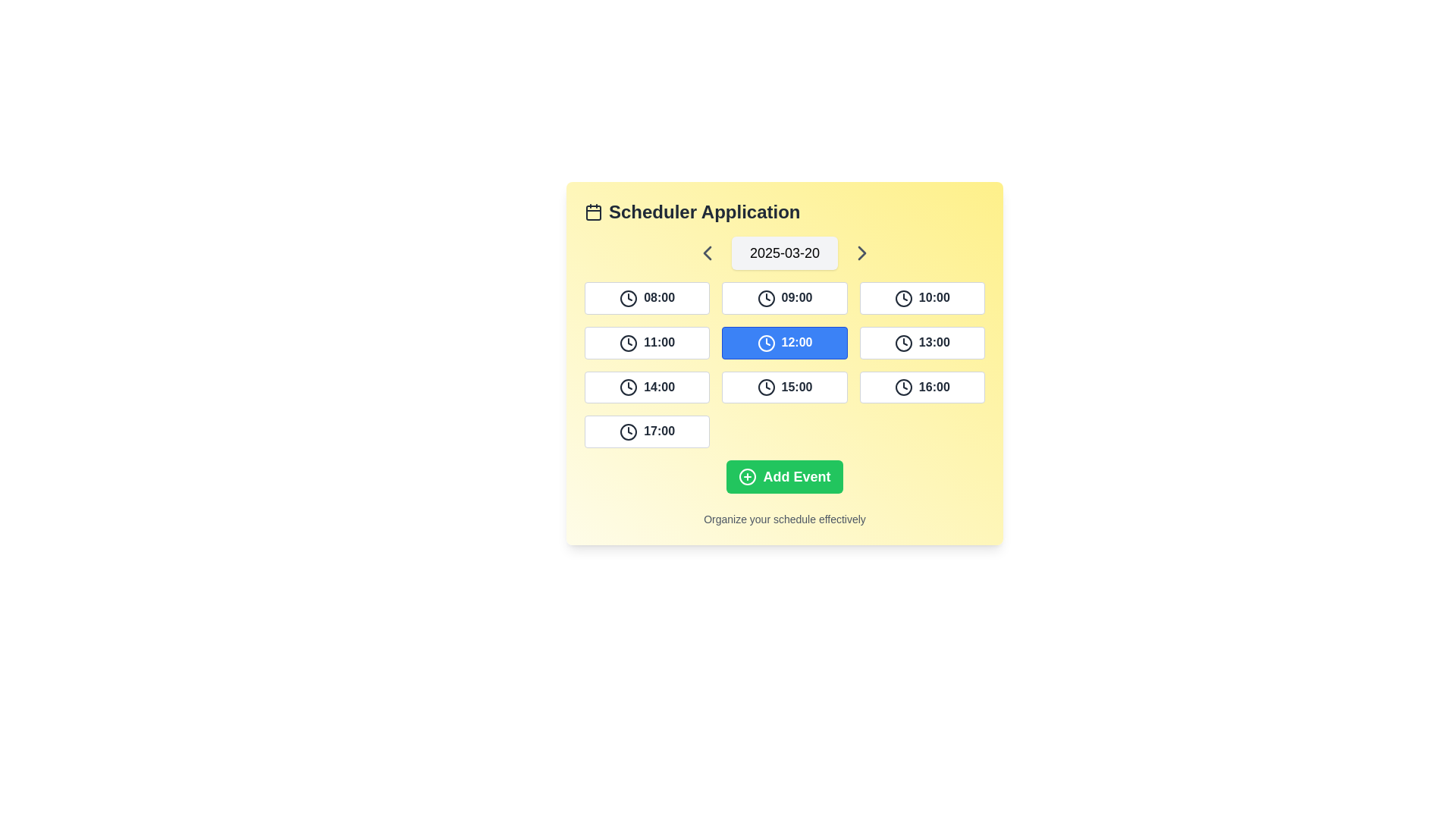 The image size is (1456, 819). What do you see at coordinates (629, 432) in the screenshot?
I see `the circular clock icon located in the bottom left corner of the Scheduler interface, adjacent to the time slot 17:00` at bounding box center [629, 432].